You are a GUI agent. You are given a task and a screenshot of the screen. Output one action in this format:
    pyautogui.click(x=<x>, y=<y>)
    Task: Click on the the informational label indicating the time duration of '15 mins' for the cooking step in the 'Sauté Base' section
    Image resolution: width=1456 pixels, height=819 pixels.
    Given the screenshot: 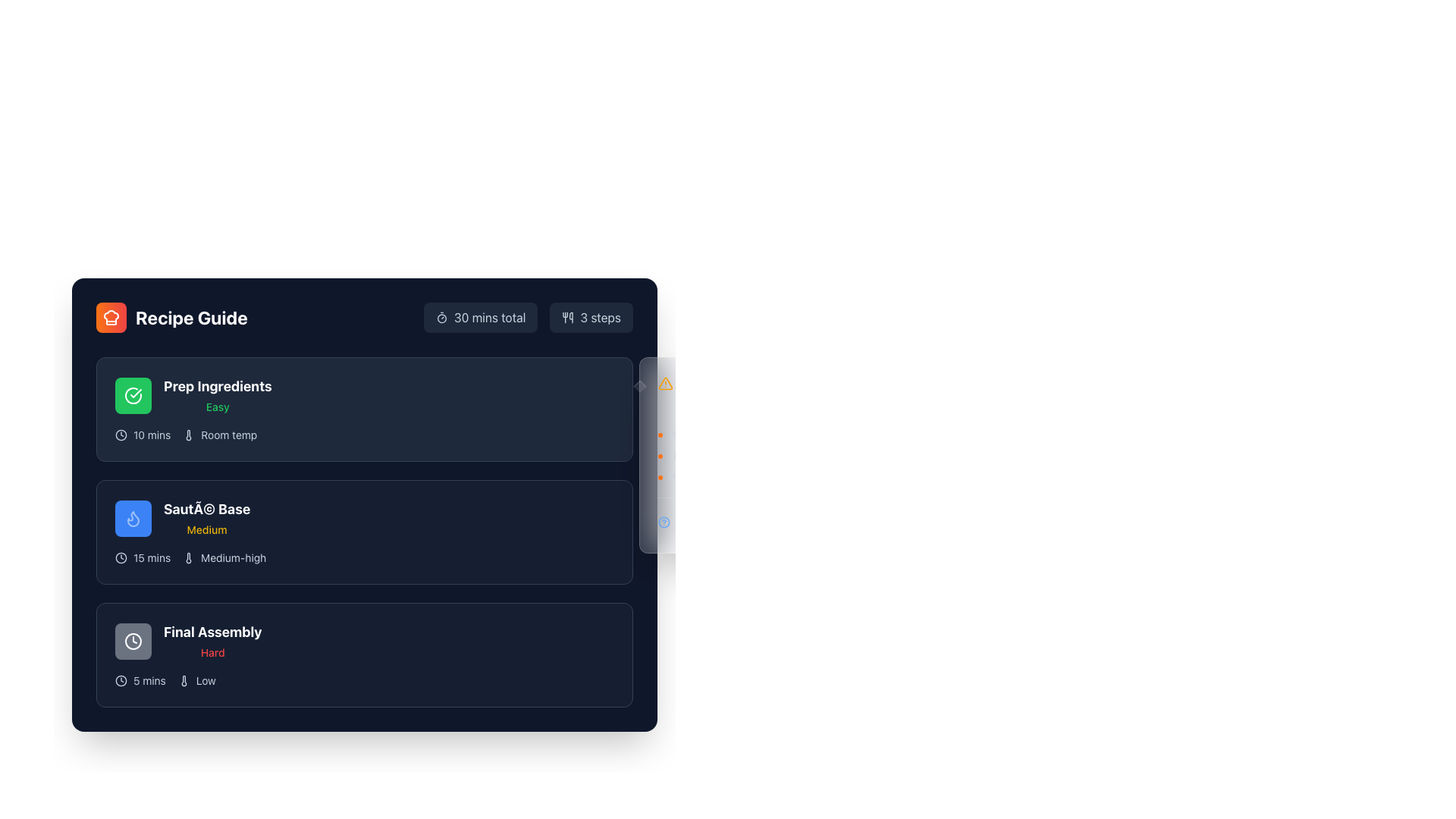 What is the action you would take?
    pyautogui.click(x=143, y=558)
    